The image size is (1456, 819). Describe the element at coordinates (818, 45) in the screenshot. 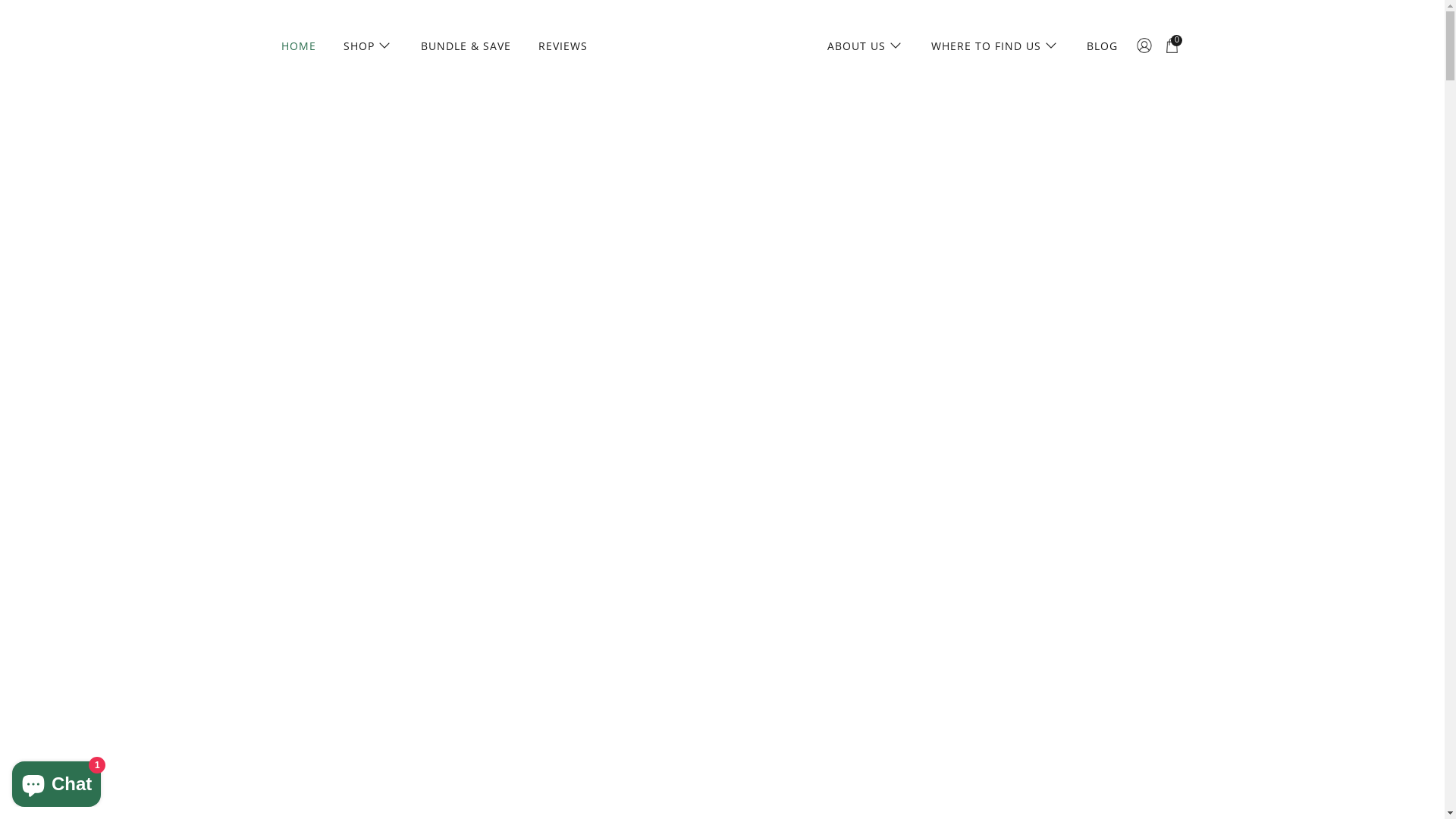

I see `'ABOUT US'` at that location.